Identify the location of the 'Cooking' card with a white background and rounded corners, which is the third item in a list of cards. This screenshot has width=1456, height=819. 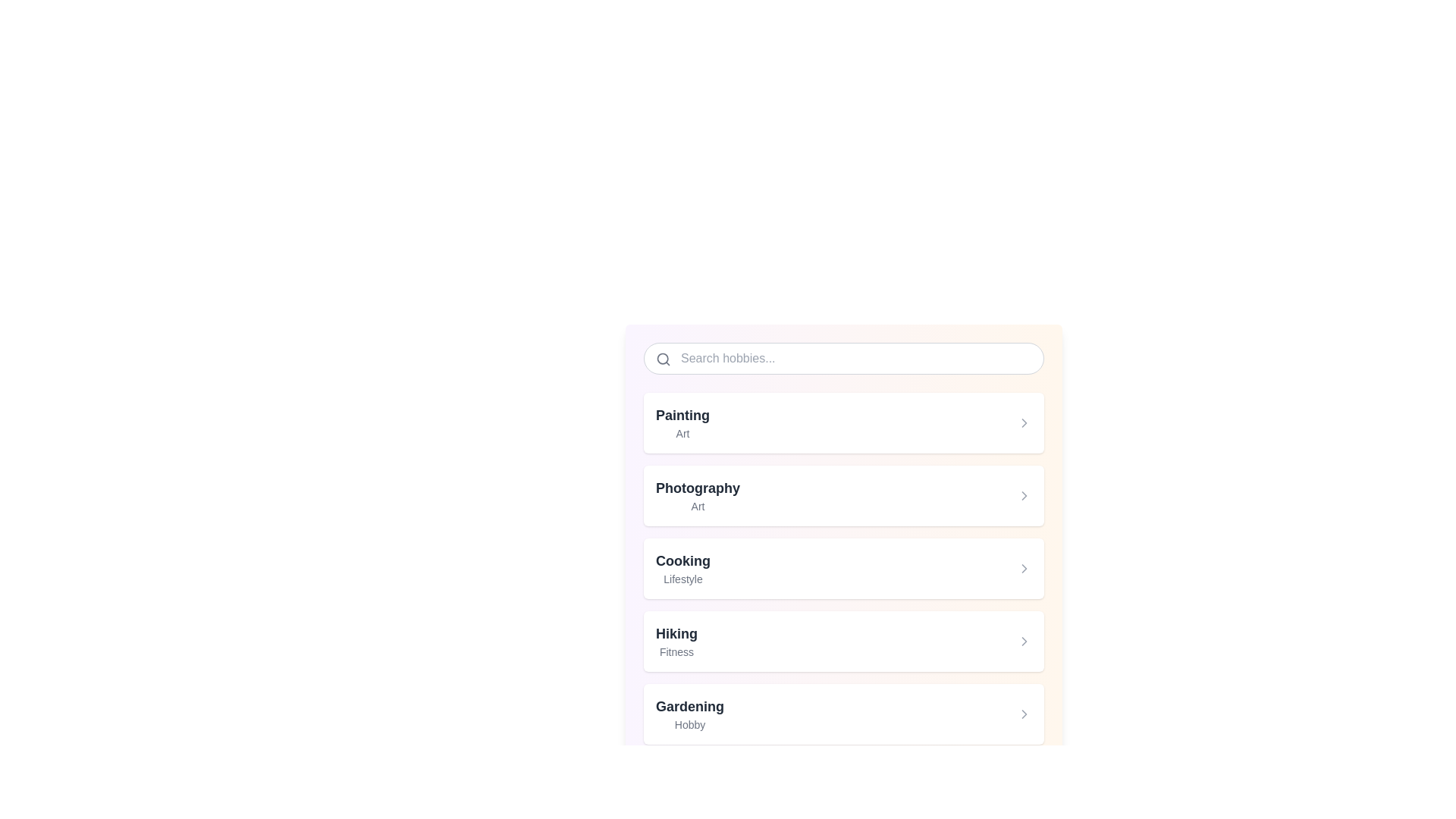
(843, 568).